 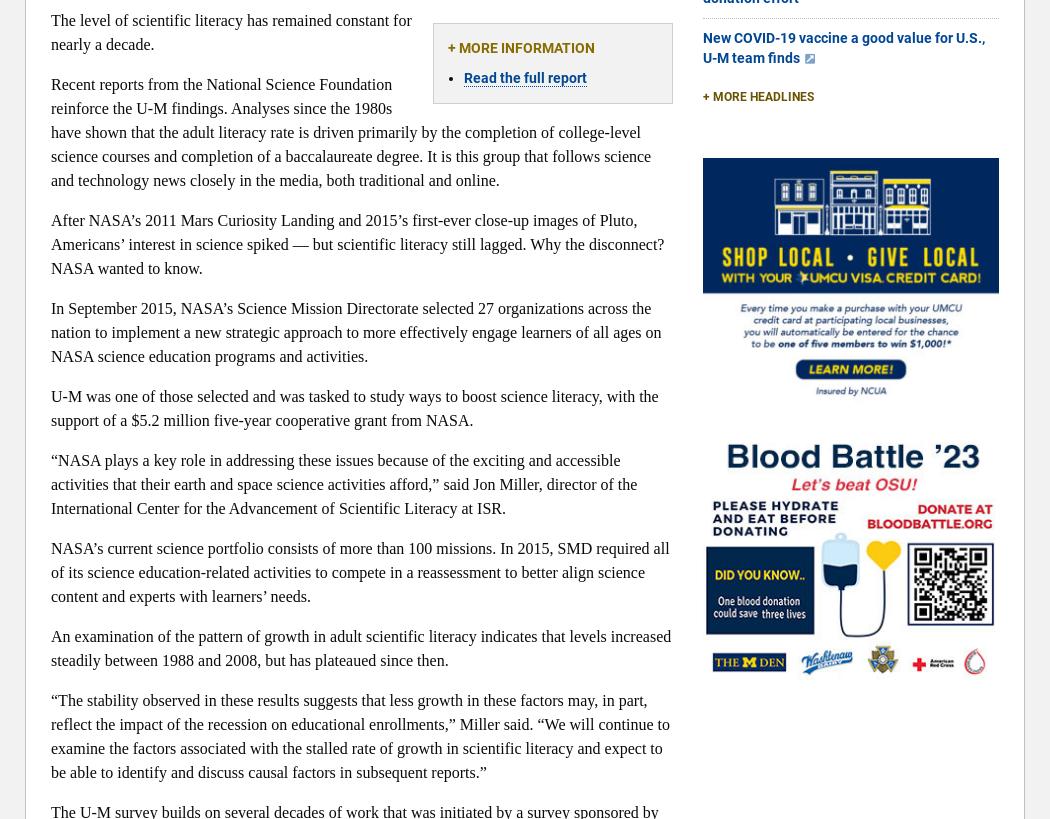 I want to click on '“The stability observed in these results suggests that less growth in these factors may, in part, reflect the impact of the recession on educational enrollments,” Miller said. “We will continue to examine the factors associated with the stalled rate of growth in scientific literacy and expect to be able to identify and discuss causal factors in subsequent reports.”', so click(x=359, y=735).